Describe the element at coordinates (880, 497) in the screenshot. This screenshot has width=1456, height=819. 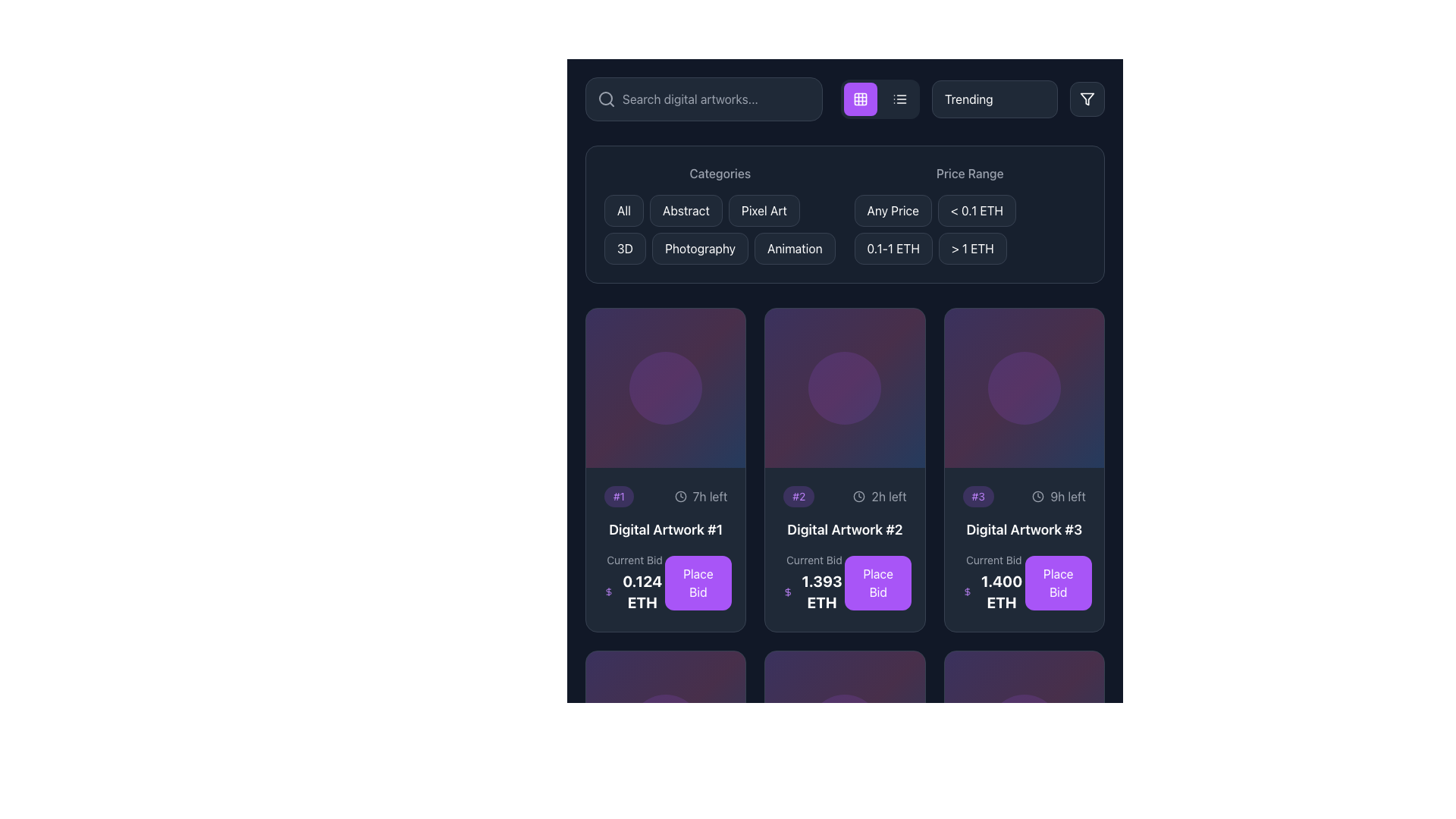
I see `displayed text '2h left' from the Text Label with Icon located in the second card of the horizontally-aligned row, positioned below the card header` at that location.